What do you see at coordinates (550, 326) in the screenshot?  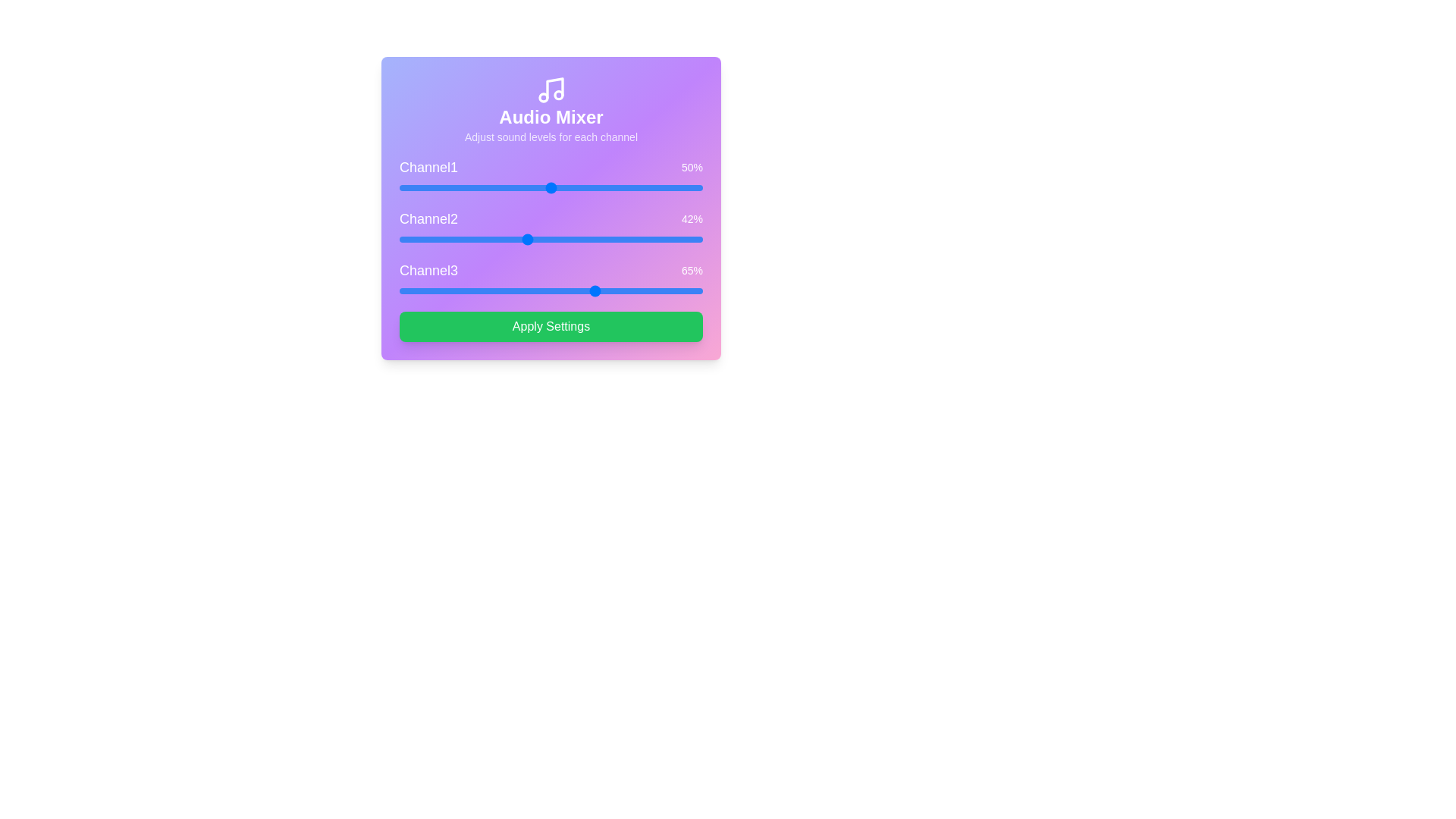 I see `the 'Apply Settings' button` at bounding box center [550, 326].